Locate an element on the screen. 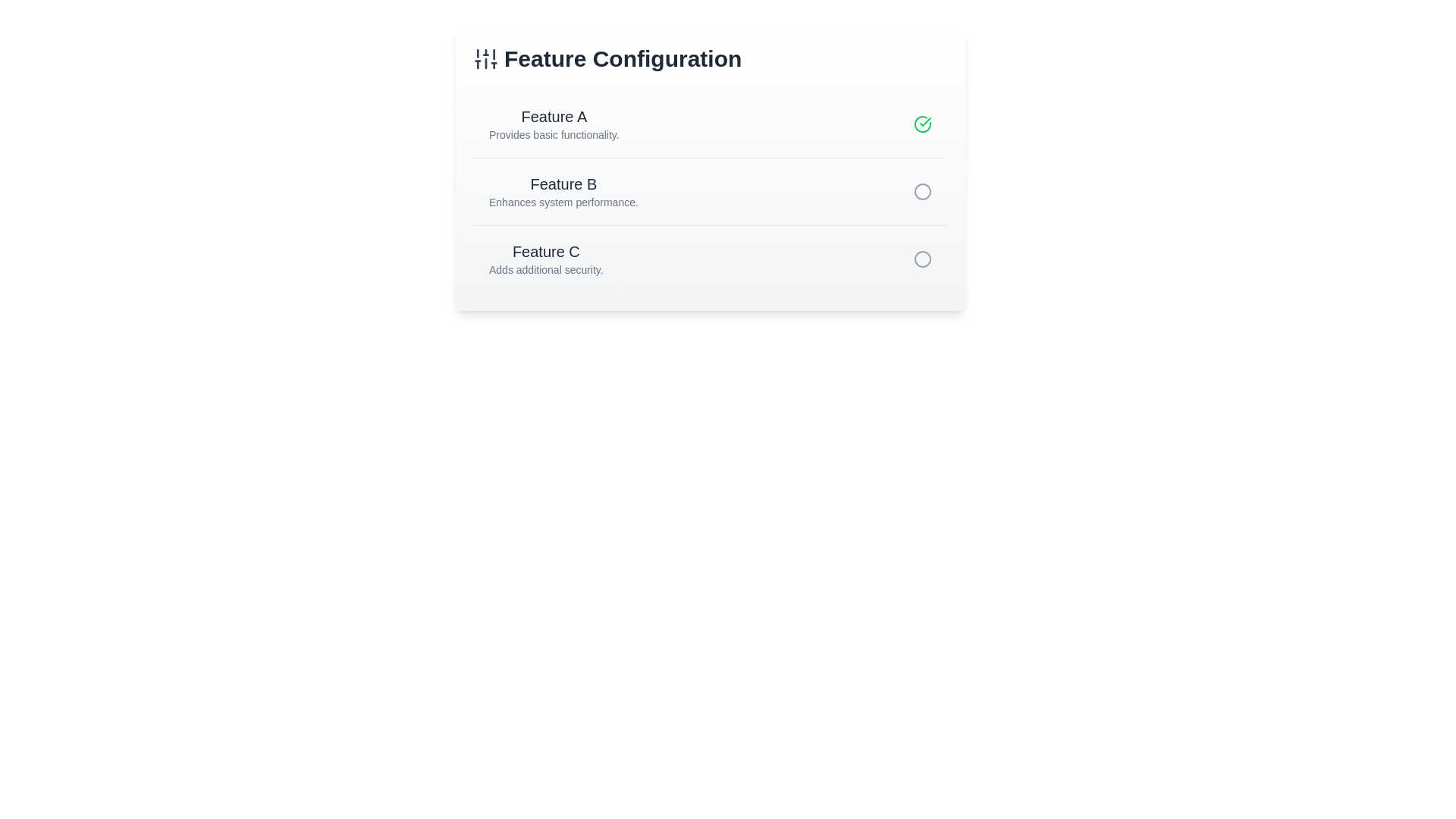  the icon next to the heading to focus on the component's theme is located at coordinates (486, 58).